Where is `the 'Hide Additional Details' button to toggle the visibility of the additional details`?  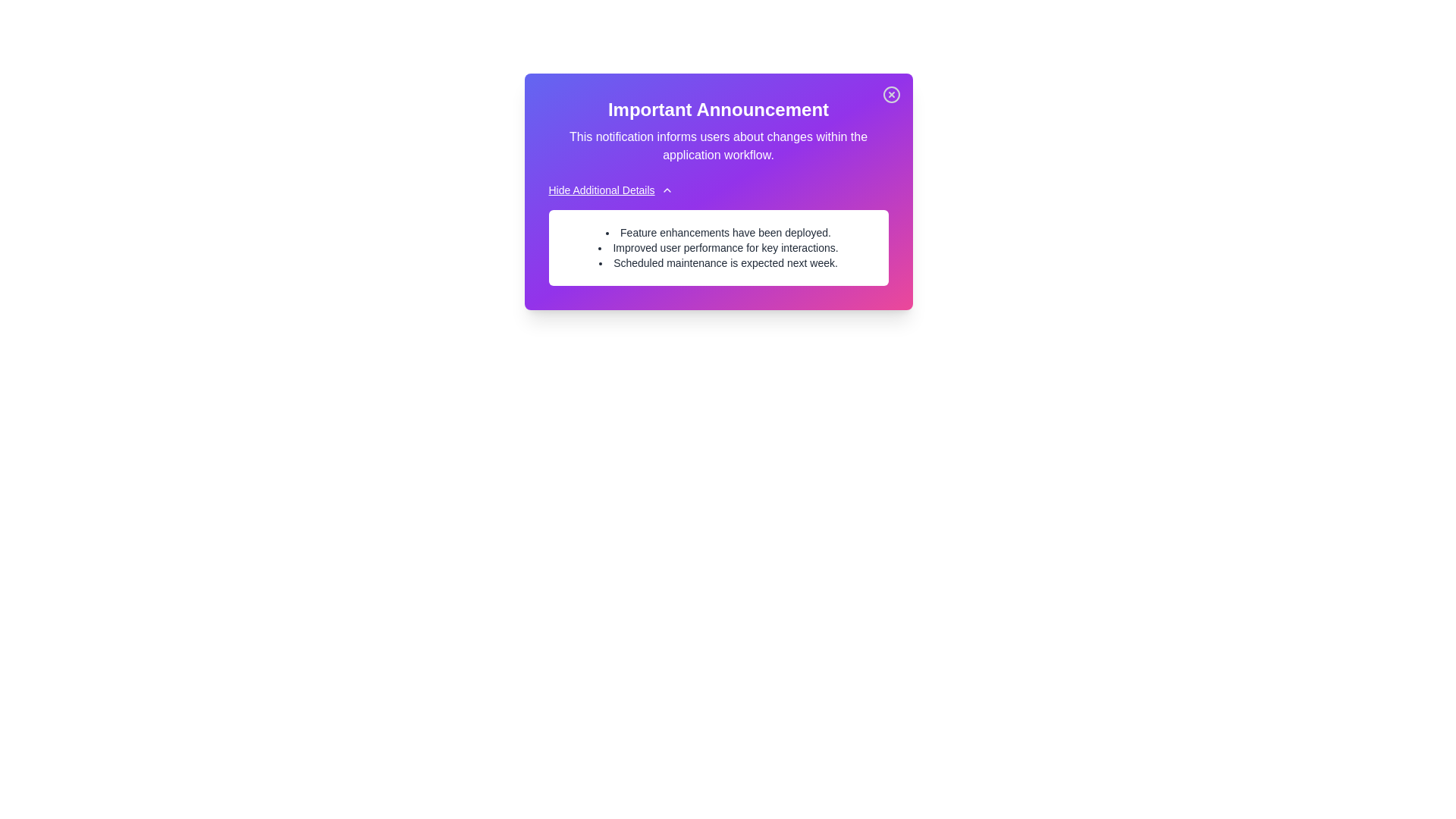 the 'Hide Additional Details' button to toggle the visibility of the additional details is located at coordinates (610, 189).